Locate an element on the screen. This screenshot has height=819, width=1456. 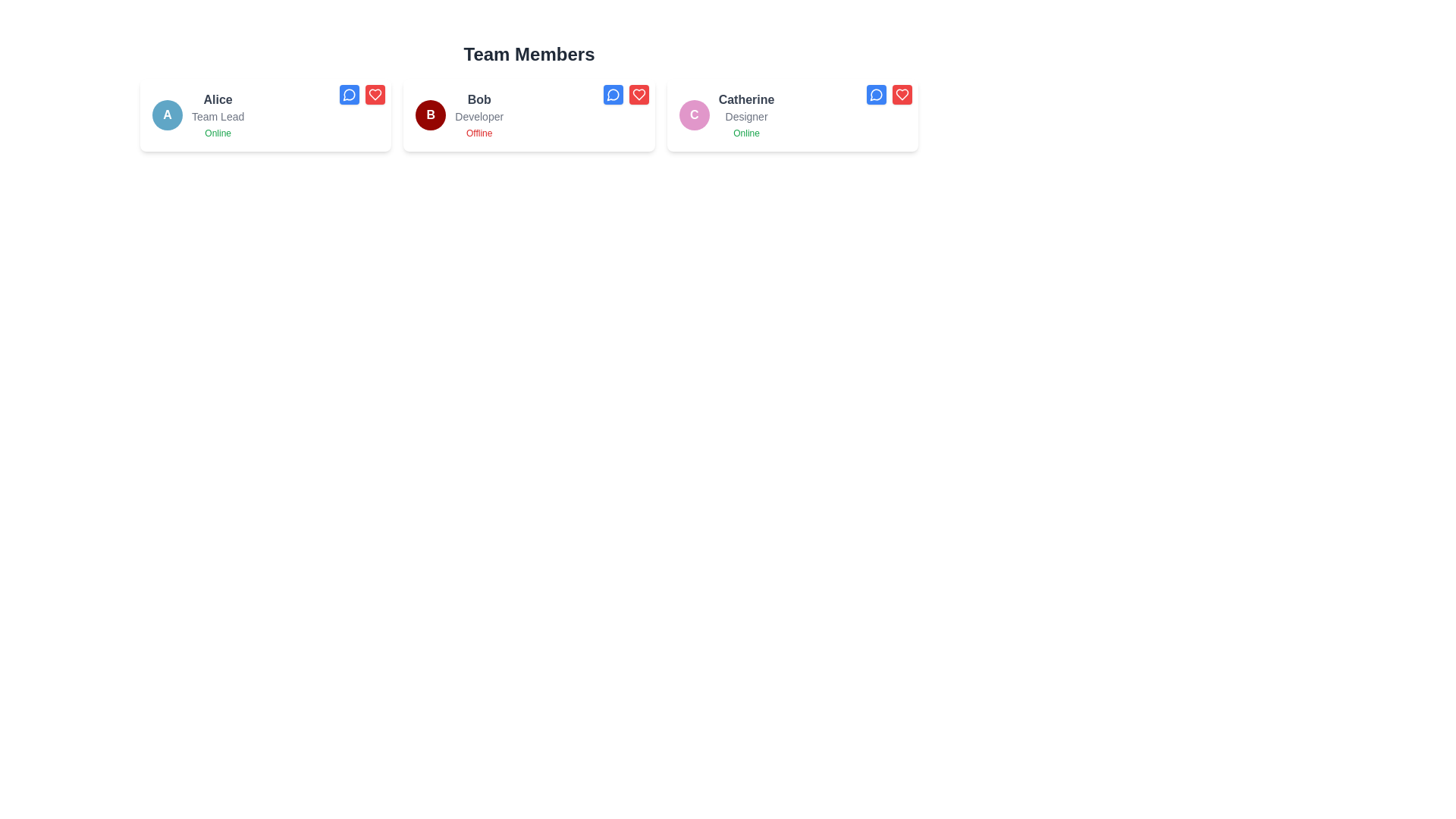
the speech bubble icon, which is a white circular outline on a blue background, located in the top right corner of Bob's profile card is located at coordinates (613, 94).